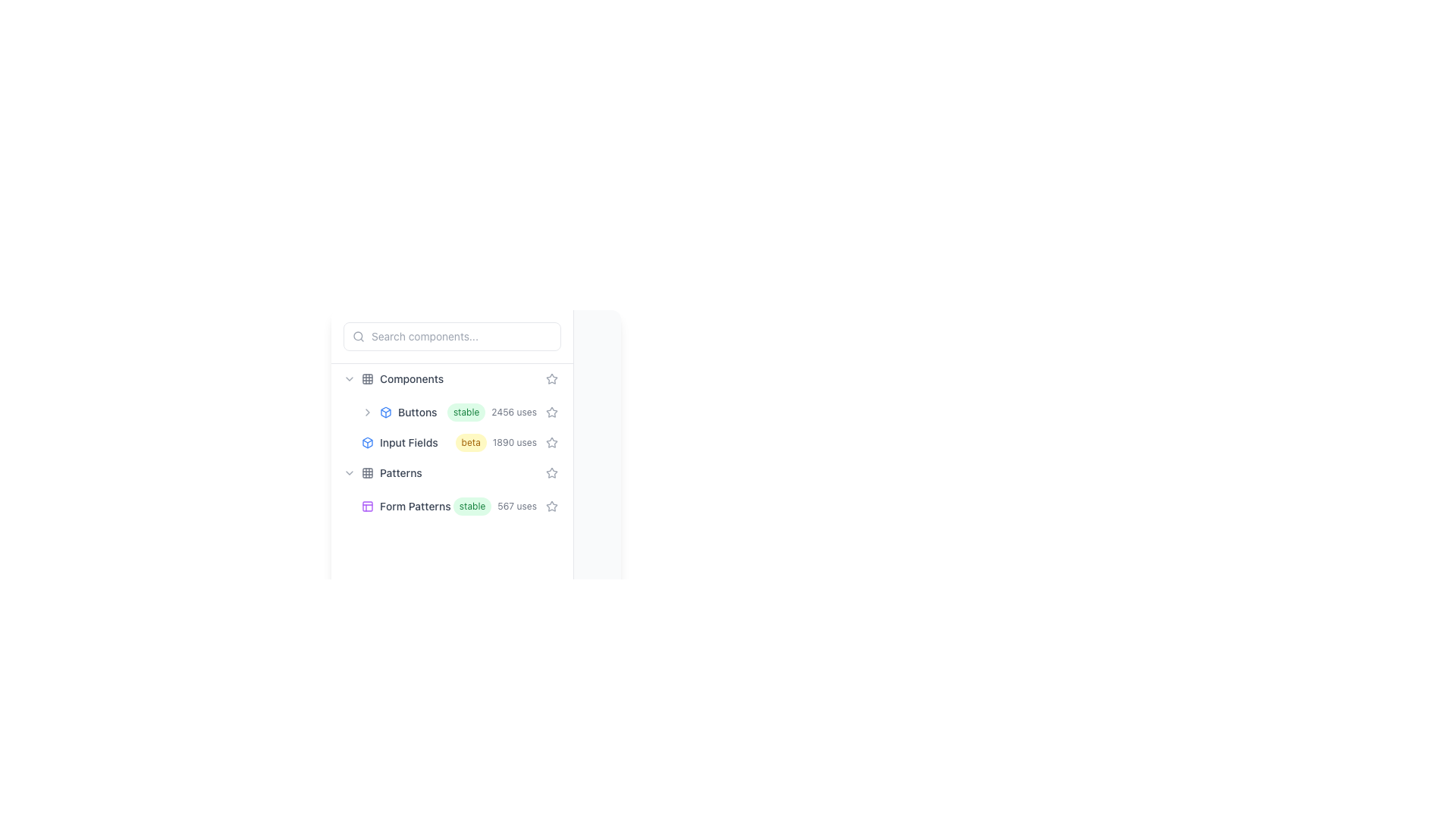 This screenshot has width=1456, height=819. Describe the element at coordinates (451, 472) in the screenshot. I see `the 'Patterns' navigation button, which is the third item in the vertical list of components in the sidebar, located between 'Input Fields' and 'Form Patterns'` at that location.